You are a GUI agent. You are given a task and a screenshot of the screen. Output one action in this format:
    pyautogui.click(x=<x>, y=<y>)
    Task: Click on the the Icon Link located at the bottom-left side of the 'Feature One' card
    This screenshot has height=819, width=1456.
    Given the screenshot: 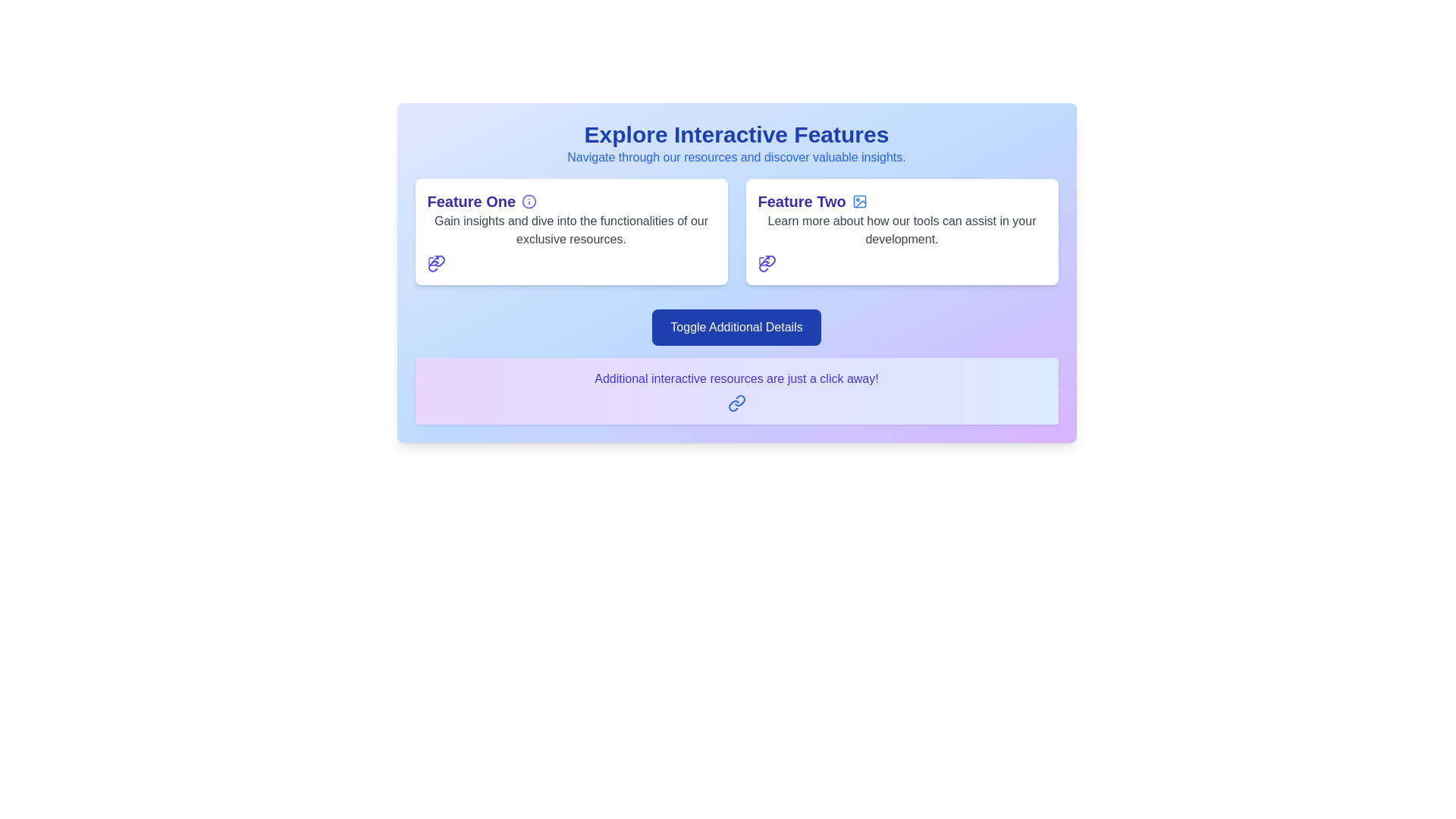 What is the action you would take?
    pyautogui.click(x=435, y=262)
    